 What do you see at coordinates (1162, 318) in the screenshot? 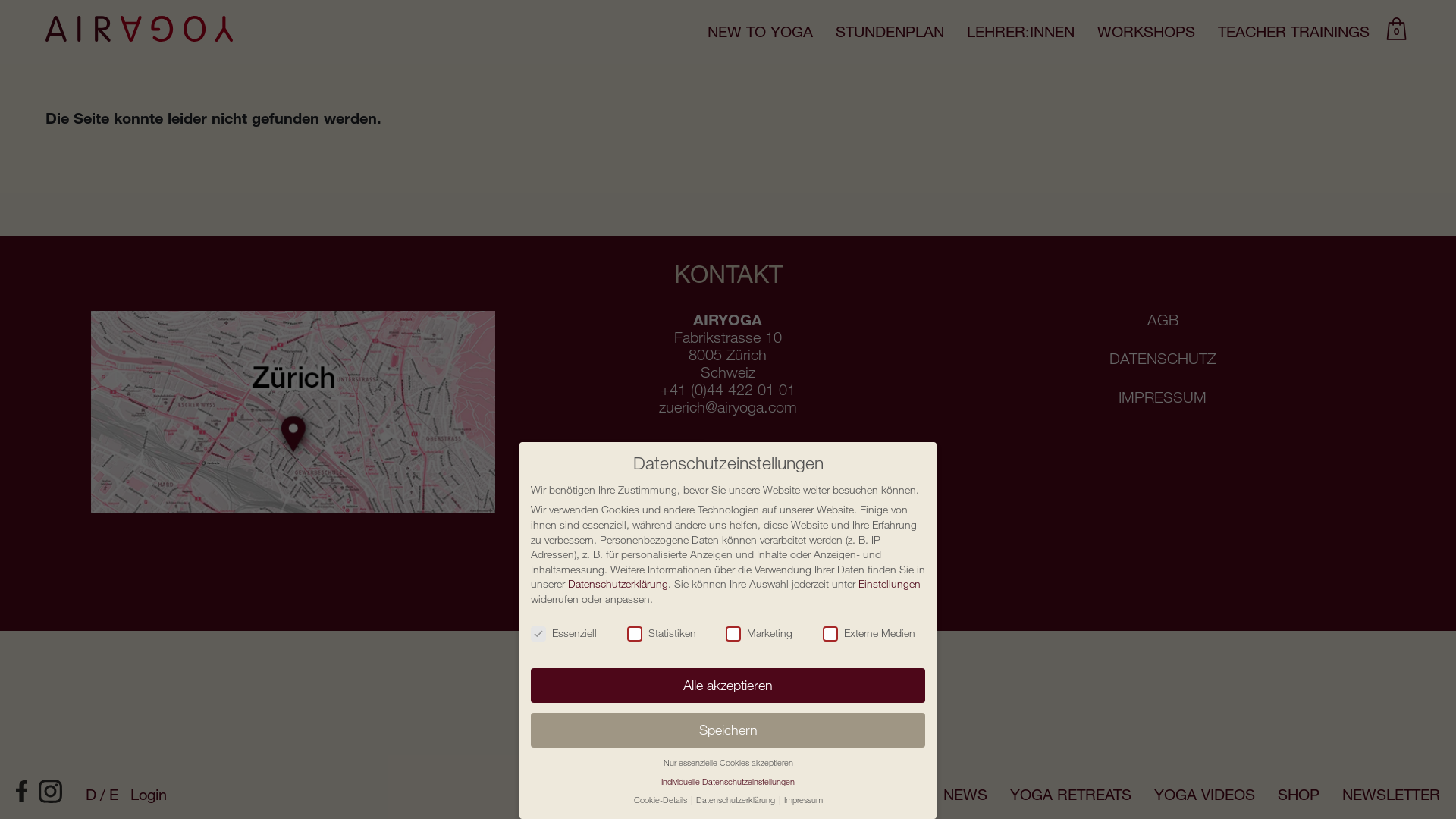
I see `'AGB'` at bounding box center [1162, 318].